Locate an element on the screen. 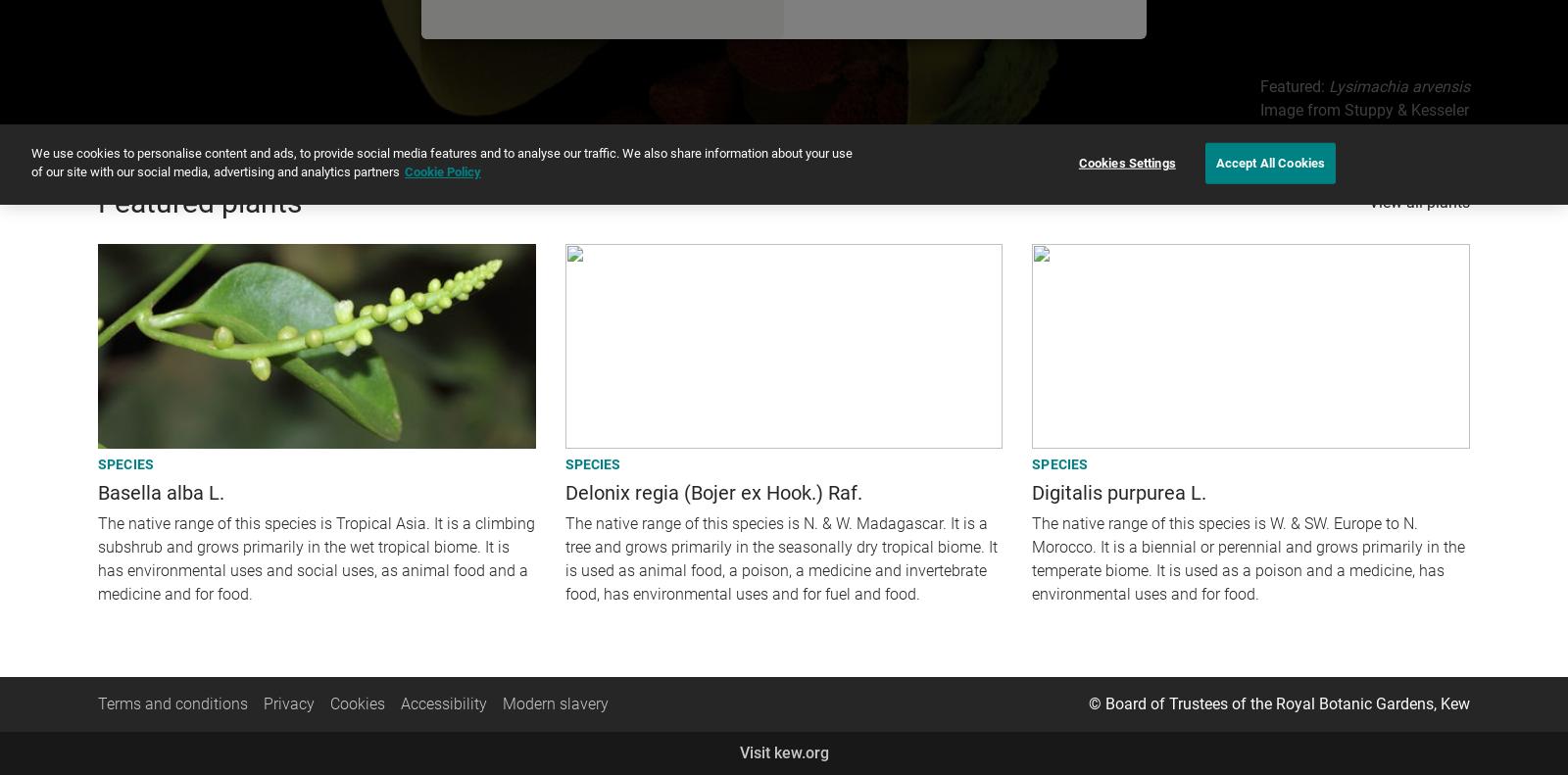  'Delonix regia (Bojer ex Hook.) Raf.' is located at coordinates (712, 490).